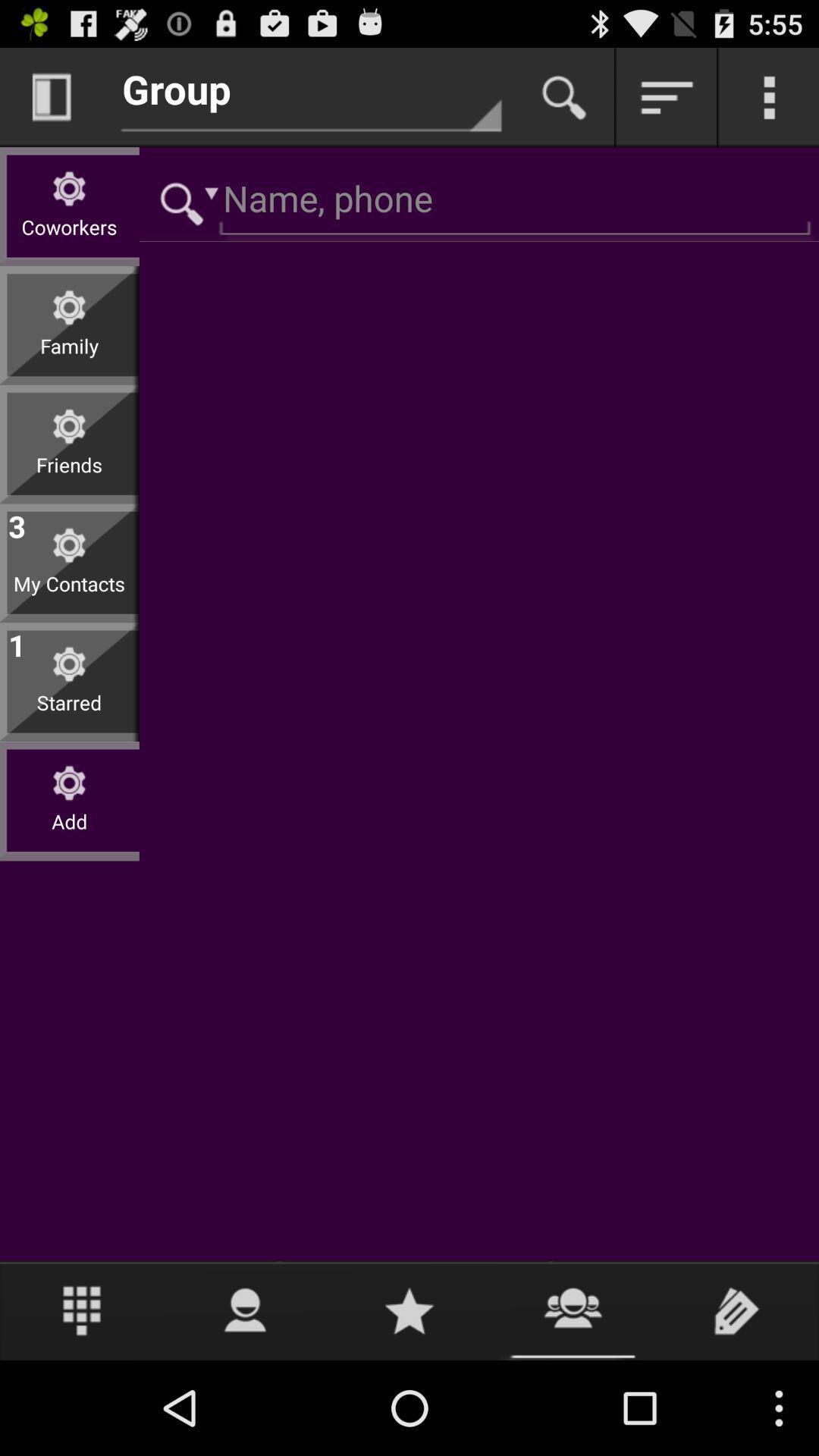  What do you see at coordinates (769, 96) in the screenshot?
I see `open option menu` at bounding box center [769, 96].